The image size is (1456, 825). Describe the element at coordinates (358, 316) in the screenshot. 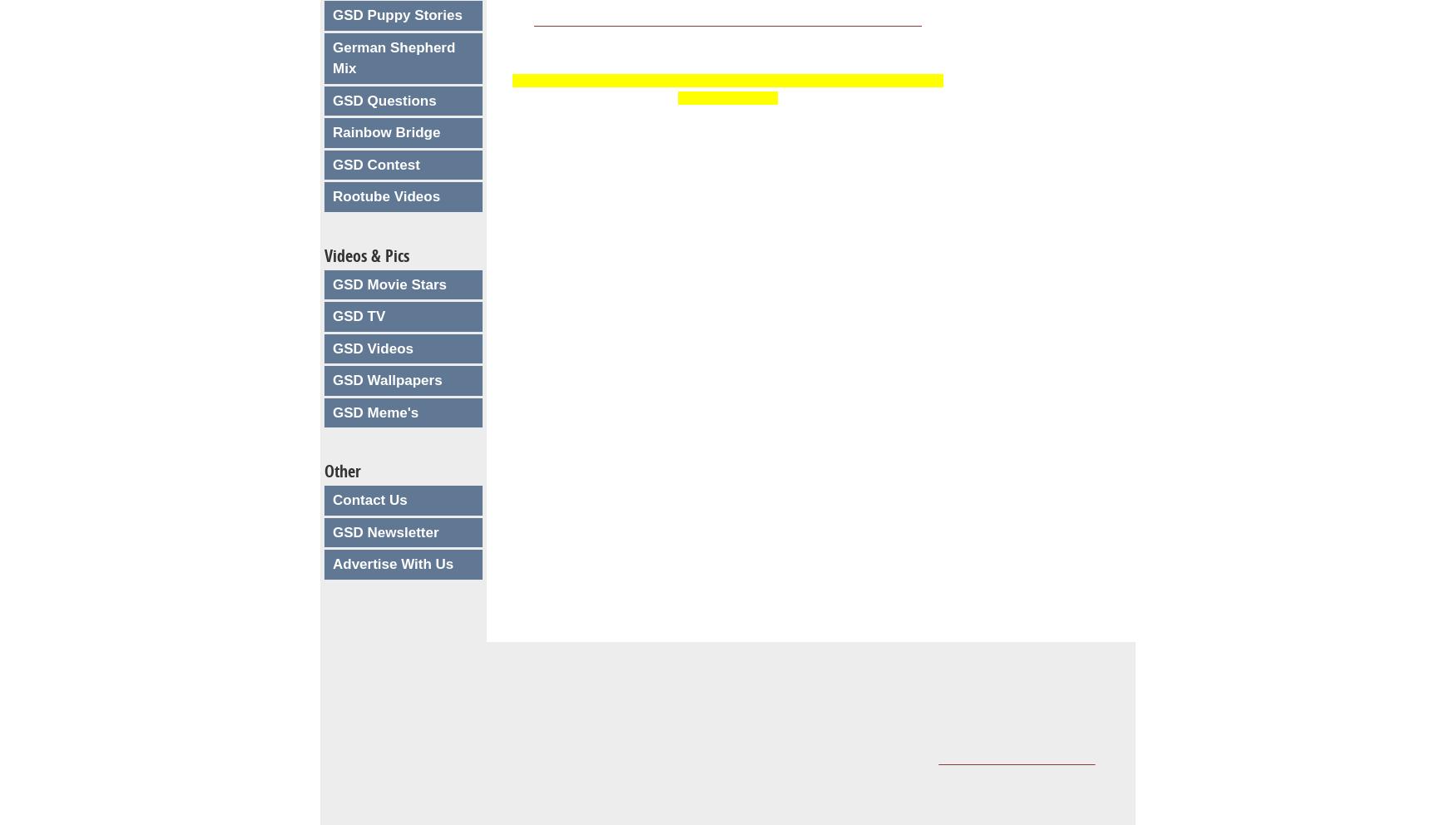

I see `'GSD TV'` at that location.